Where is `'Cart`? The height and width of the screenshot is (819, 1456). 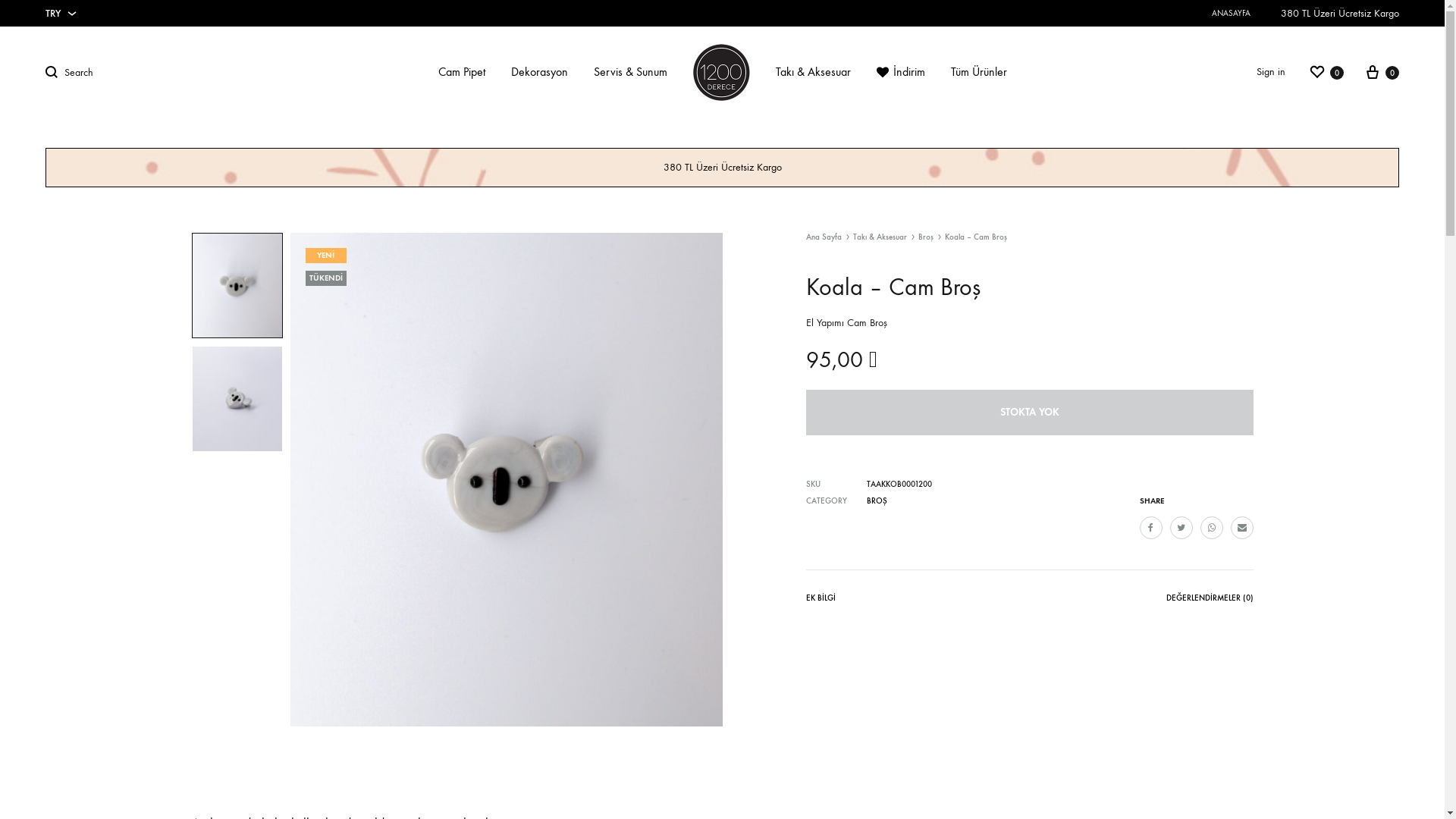 'Cart is located at coordinates (1381, 71).